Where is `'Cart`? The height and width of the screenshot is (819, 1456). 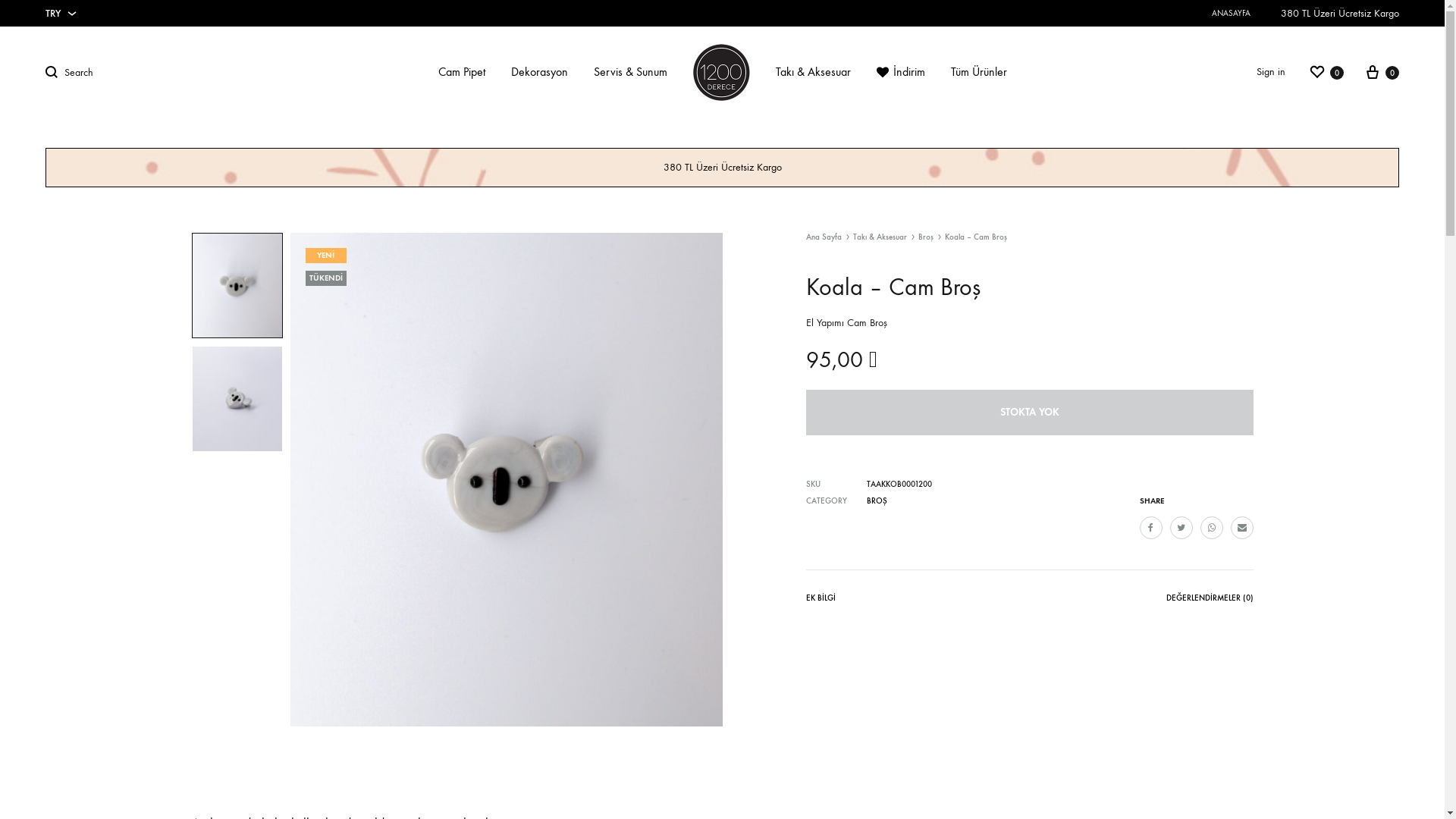 'Cart is located at coordinates (1381, 71).